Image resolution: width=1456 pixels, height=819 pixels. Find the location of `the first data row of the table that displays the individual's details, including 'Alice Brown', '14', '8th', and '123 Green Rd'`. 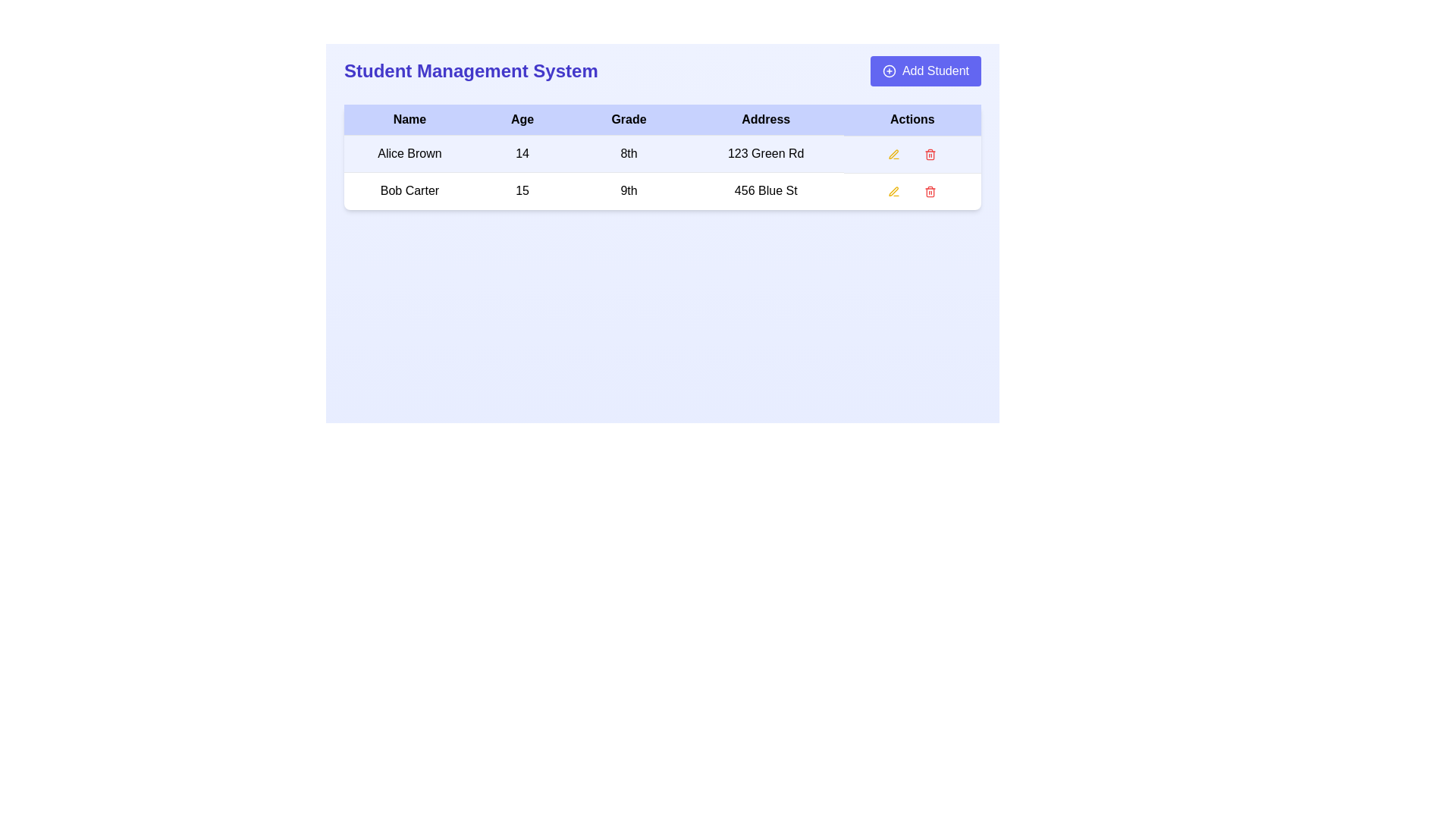

the first data row of the table that displays the individual's details, including 'Alice Brown', '14', '8th', and '123 Green Rd' is located at coordinates (662, 171).